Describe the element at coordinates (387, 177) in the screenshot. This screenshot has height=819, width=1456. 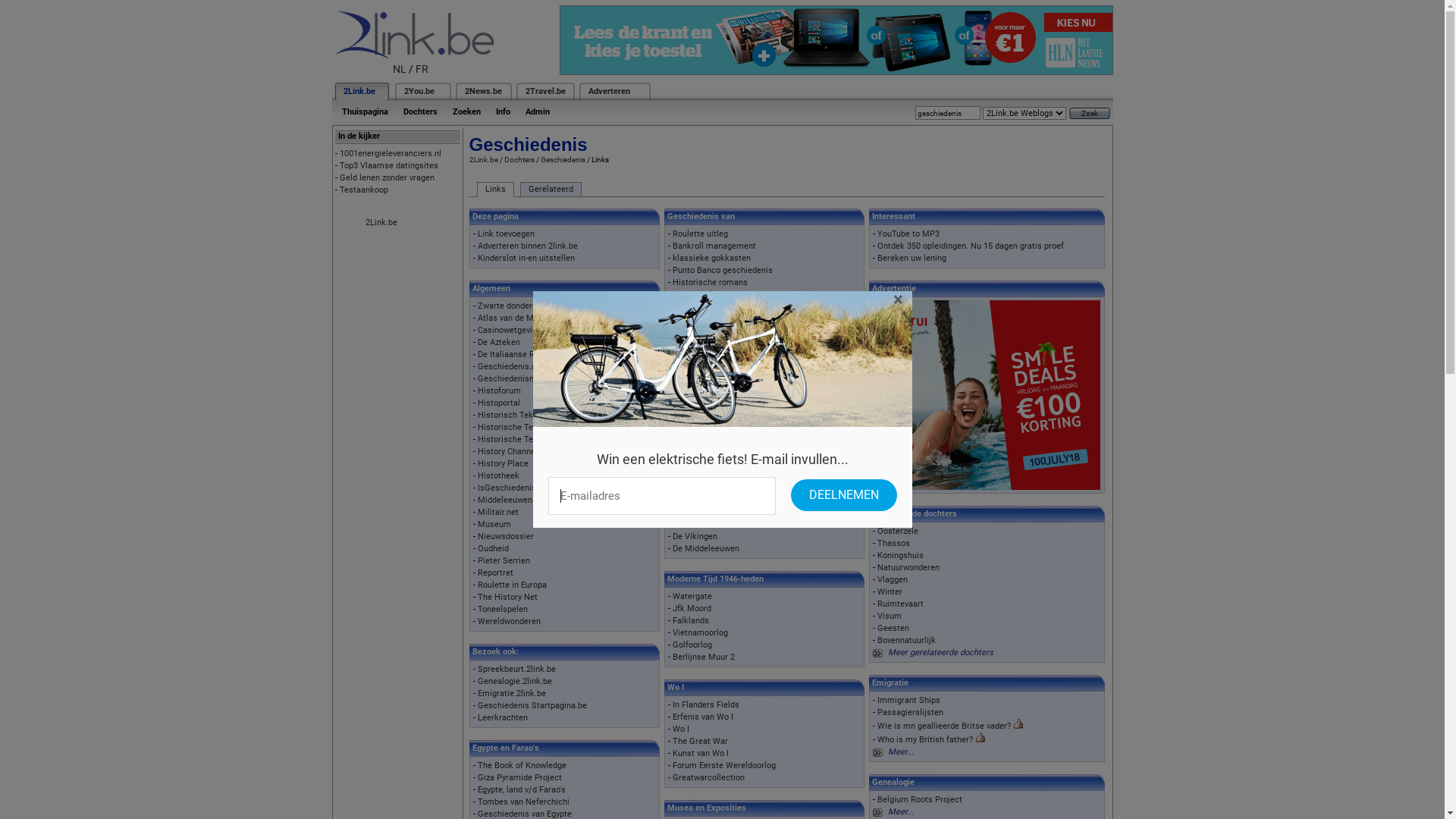
I see `'Geld lenen zonder vragen'` at that location.